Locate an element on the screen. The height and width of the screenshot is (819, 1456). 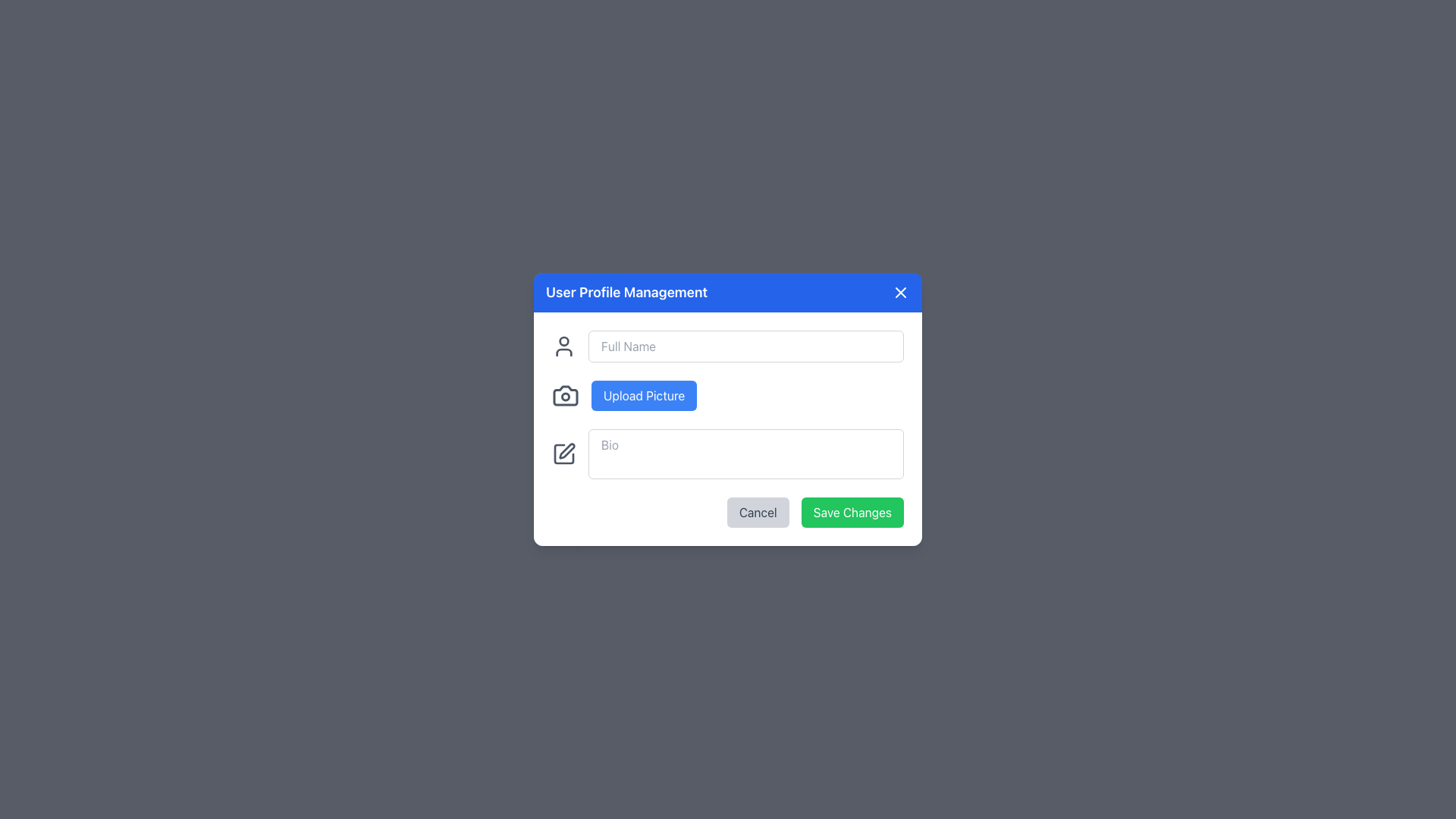
the stylized user icon in the 'User Profile Management' modal, located to the left of the 'Full Name' input field is located at coordinates (563, 353).